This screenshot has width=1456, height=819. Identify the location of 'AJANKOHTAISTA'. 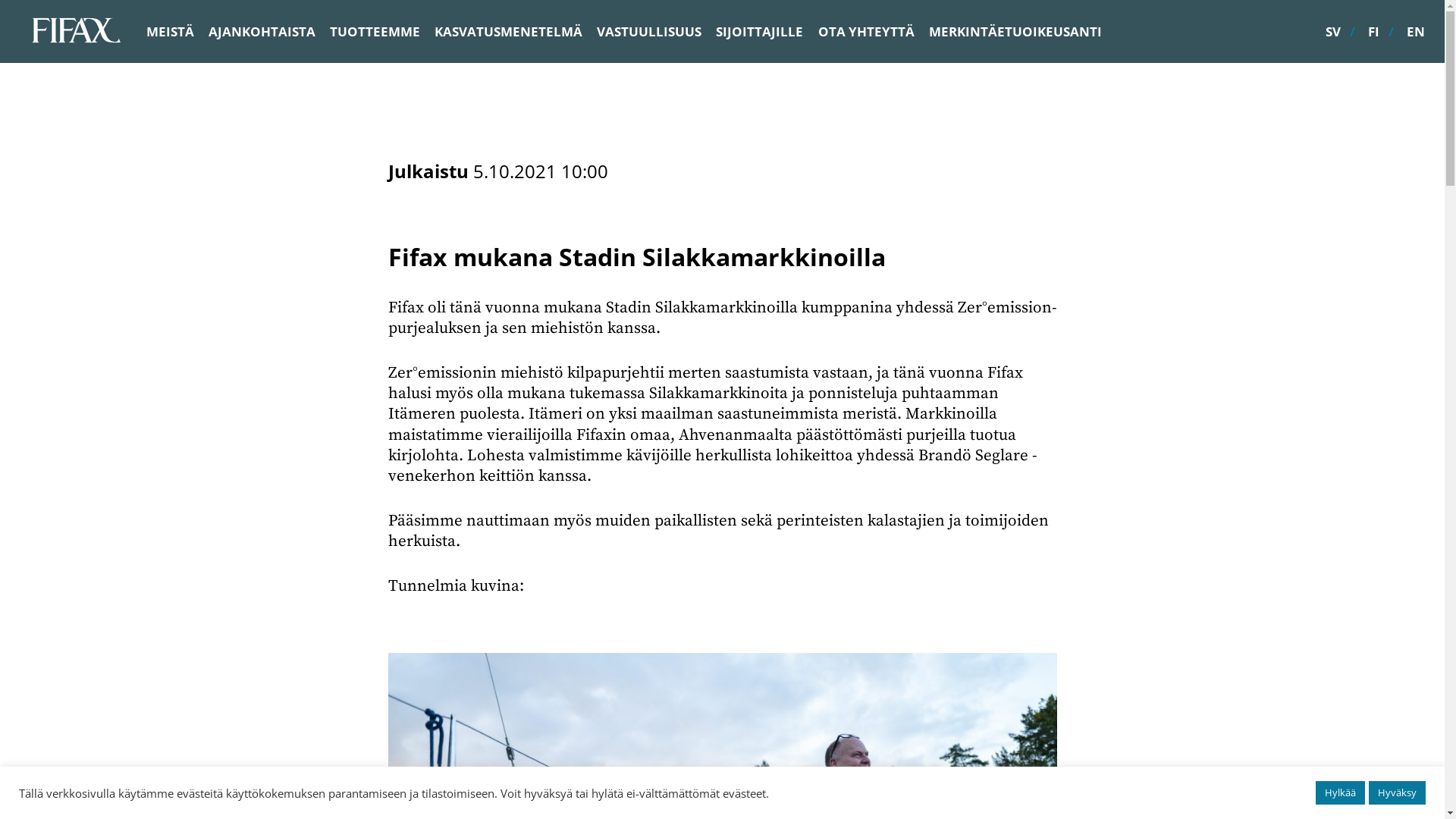
(262, 31).